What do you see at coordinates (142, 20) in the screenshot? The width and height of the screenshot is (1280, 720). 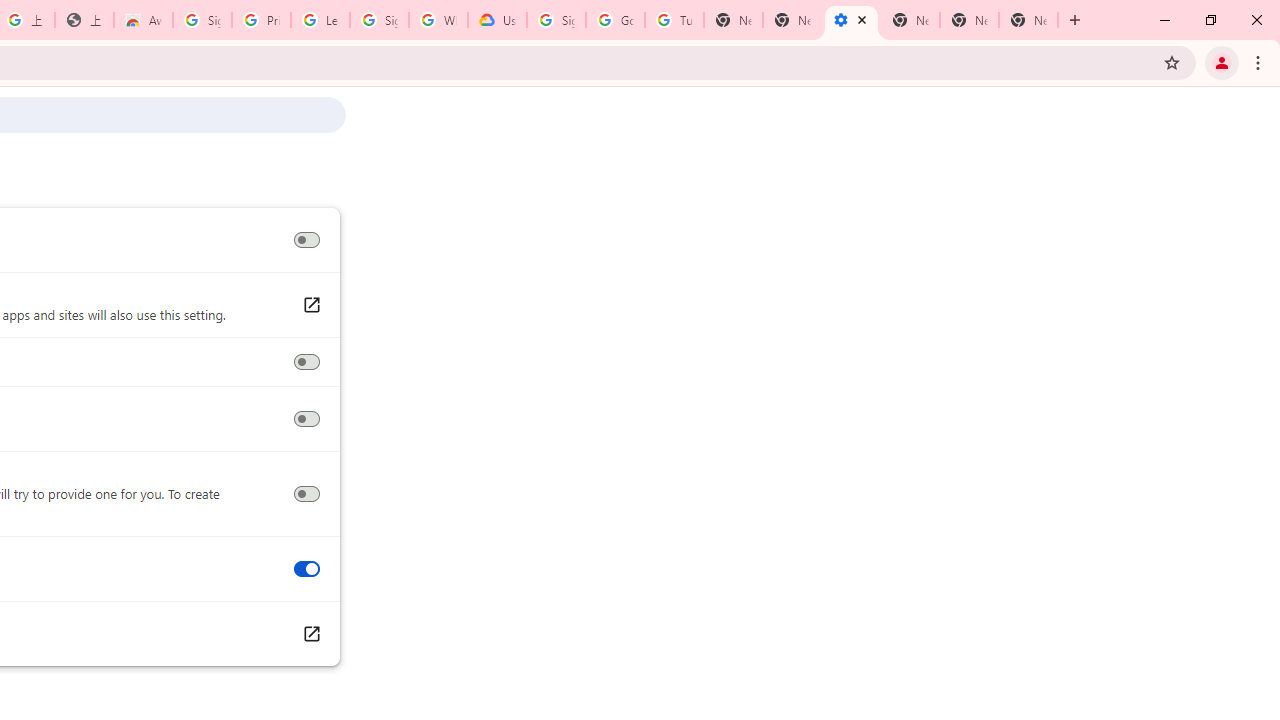 I see `'Awesome Screen Recorder & Screenshot - Chrome Web Store'` at bounding box center [142, 20].